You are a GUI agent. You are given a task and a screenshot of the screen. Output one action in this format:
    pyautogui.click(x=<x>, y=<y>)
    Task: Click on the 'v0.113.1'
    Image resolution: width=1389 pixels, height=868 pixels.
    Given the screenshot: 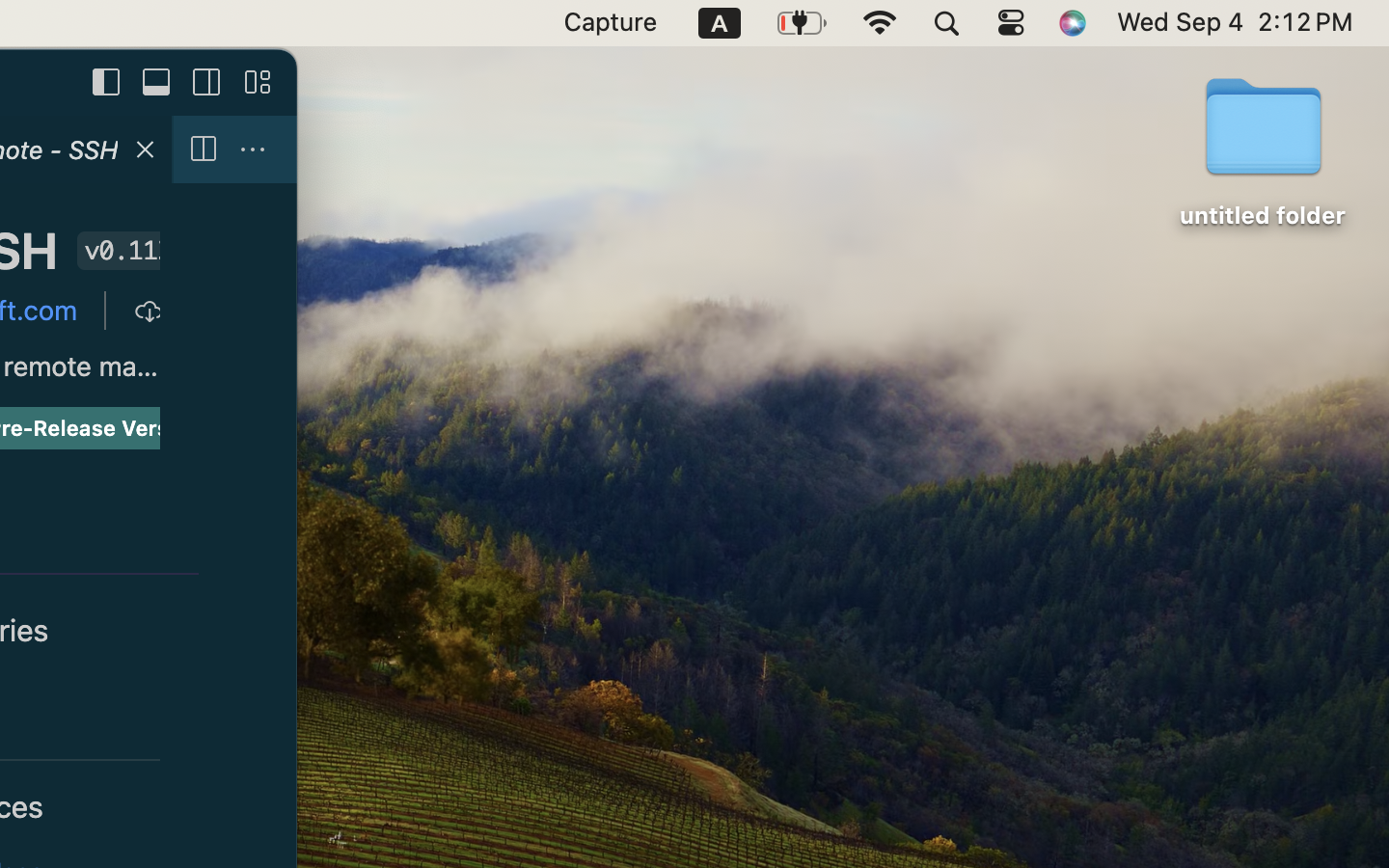 What is the action you would take?
    pyautogui.click(x=123, y=250)
    